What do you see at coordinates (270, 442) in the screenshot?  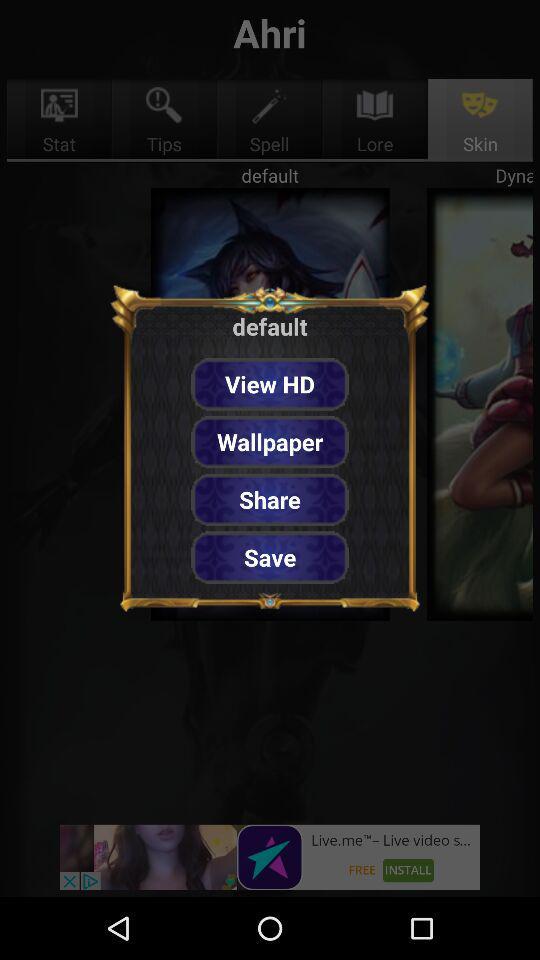 I see `the item below view hd item` at bounding box center [270, 442].